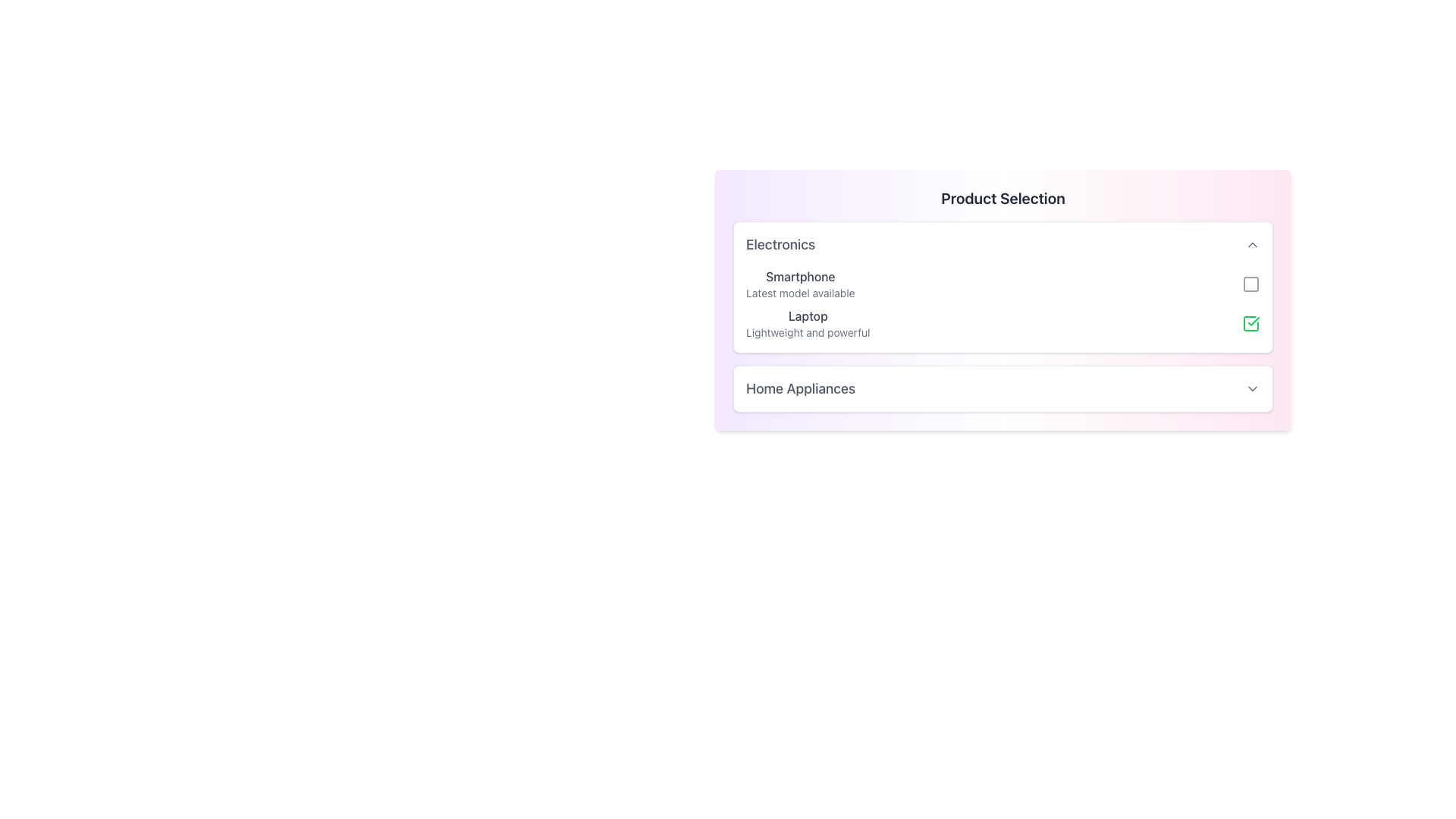 The width and height of the screenshot is (1456, 819). Describe the element at coordinates (807, 323) in the screenshot. I see `the 'Laptop' text block which describes it as 'Lightweight and powerful' in the 'Electronics' category of the 'Product Selection' section` at that location.